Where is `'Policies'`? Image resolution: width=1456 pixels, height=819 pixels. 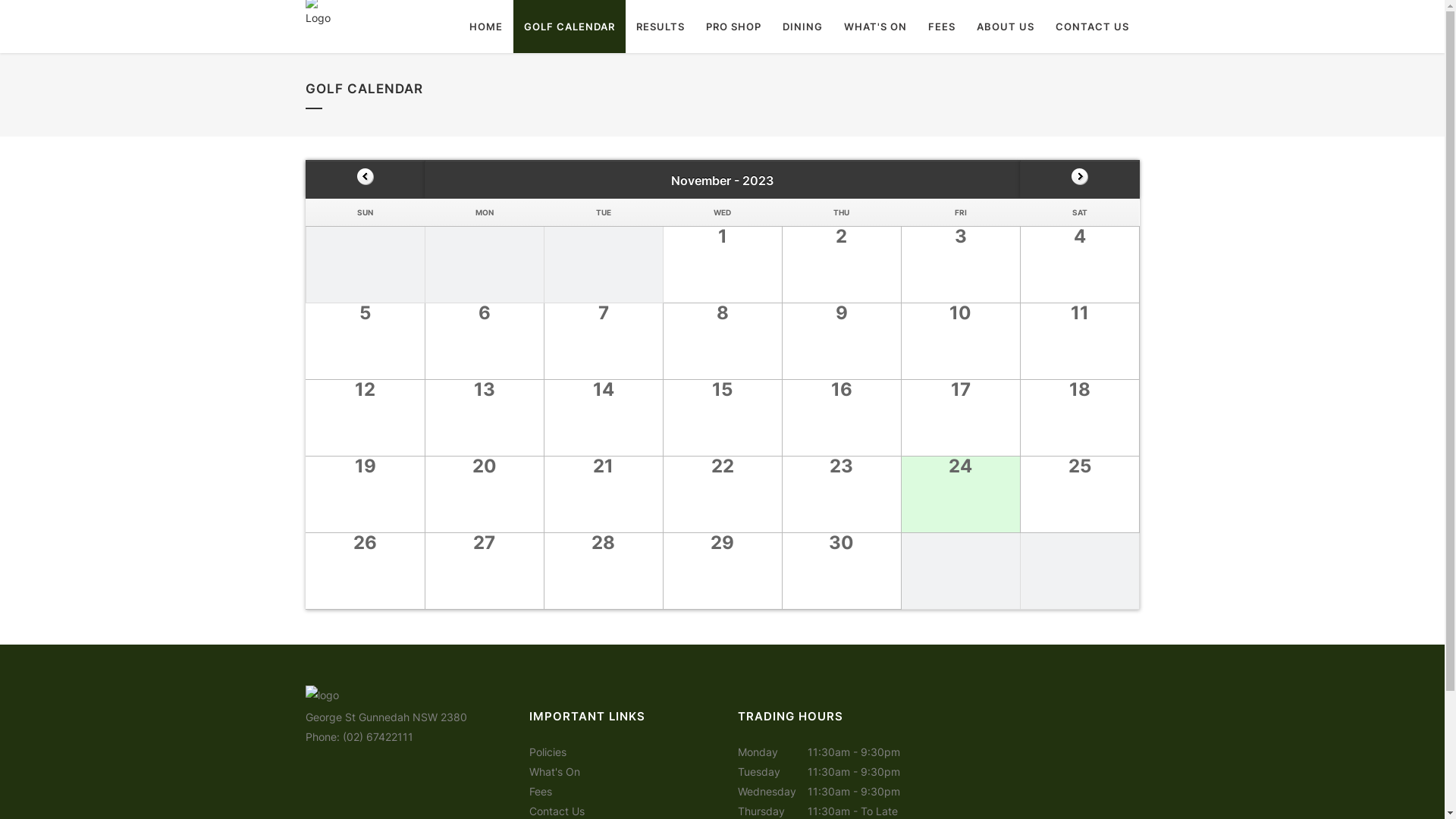 'Policies' is located at coordinates (547, 752).